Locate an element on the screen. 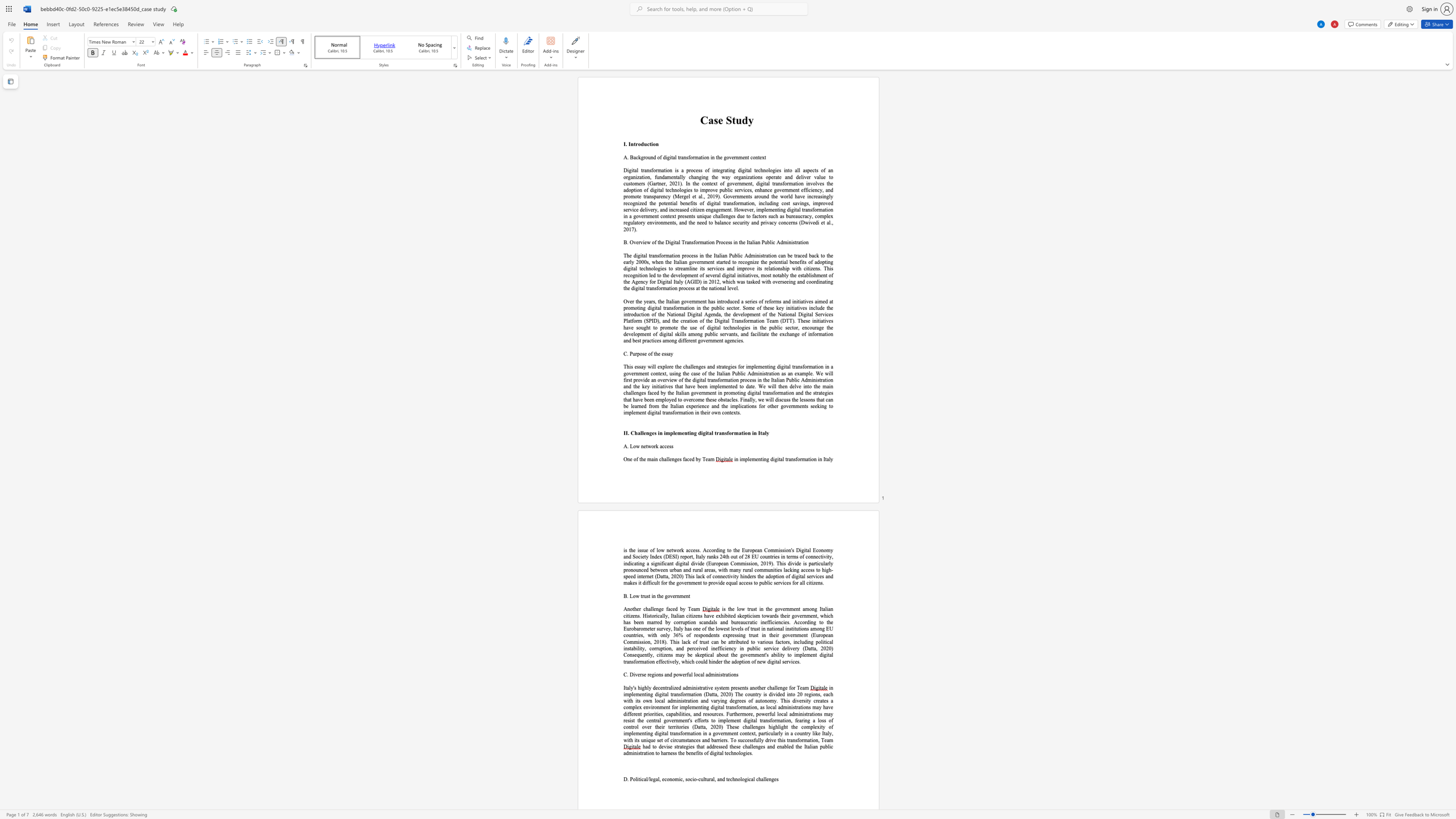  the subset text "ntro" within the text "I. Introduction" is located at coordinates (630, 144).